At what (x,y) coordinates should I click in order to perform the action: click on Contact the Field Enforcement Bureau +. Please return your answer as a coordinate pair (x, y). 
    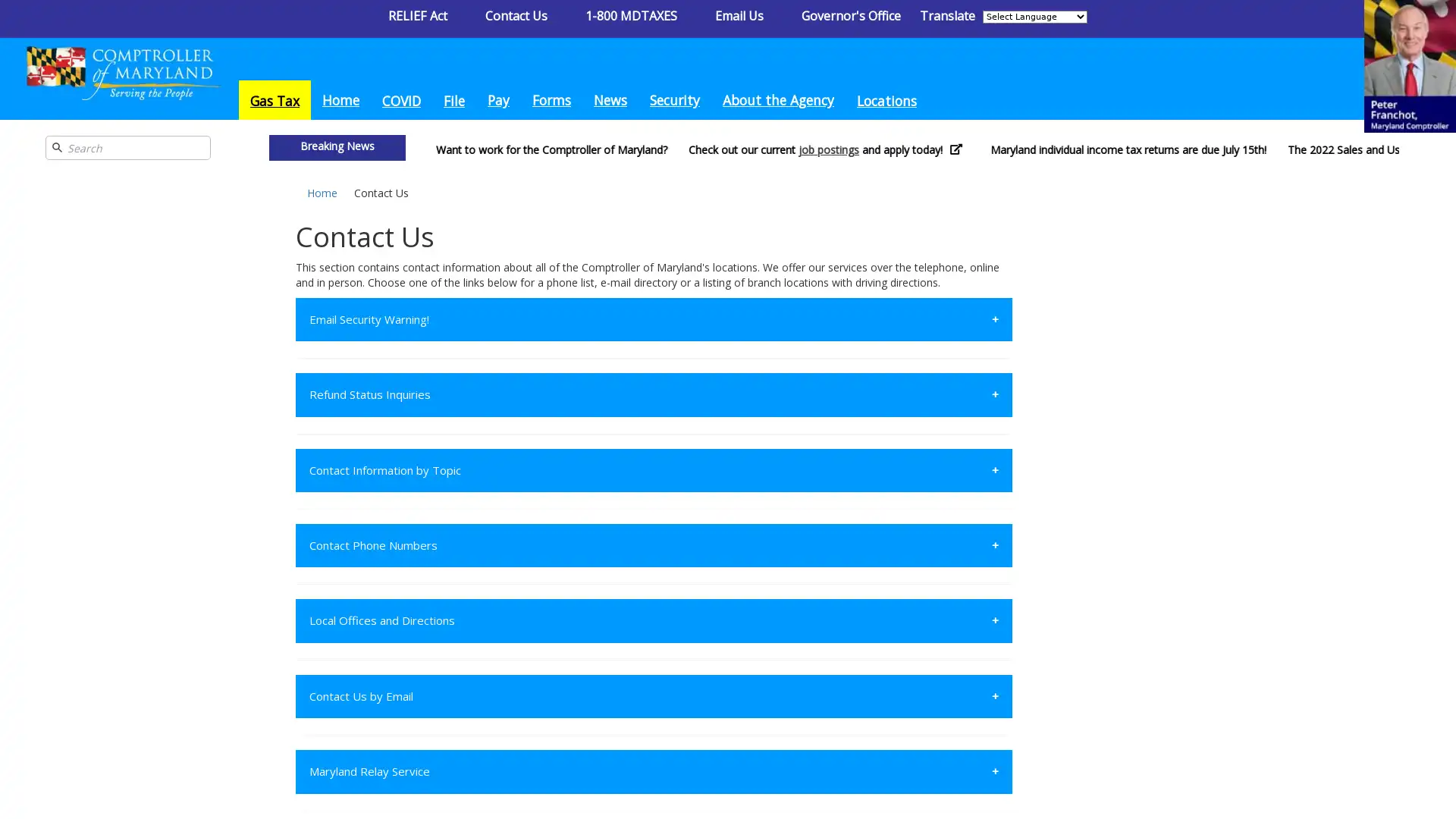
    Looking at the image, I should click on (654, 529).